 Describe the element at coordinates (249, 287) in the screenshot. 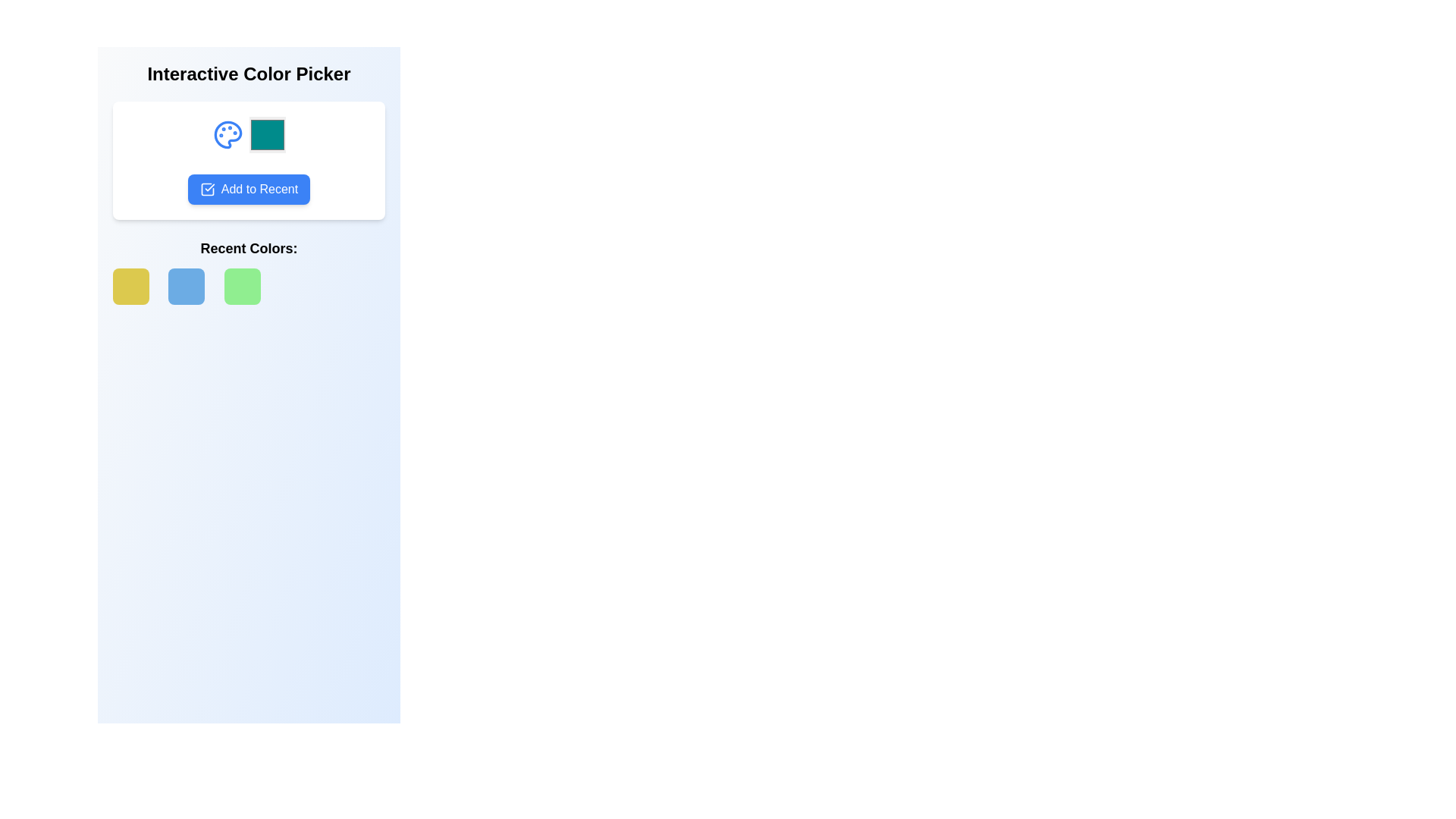

I see `the third square in the 'Recent Colors:' section` at that location.